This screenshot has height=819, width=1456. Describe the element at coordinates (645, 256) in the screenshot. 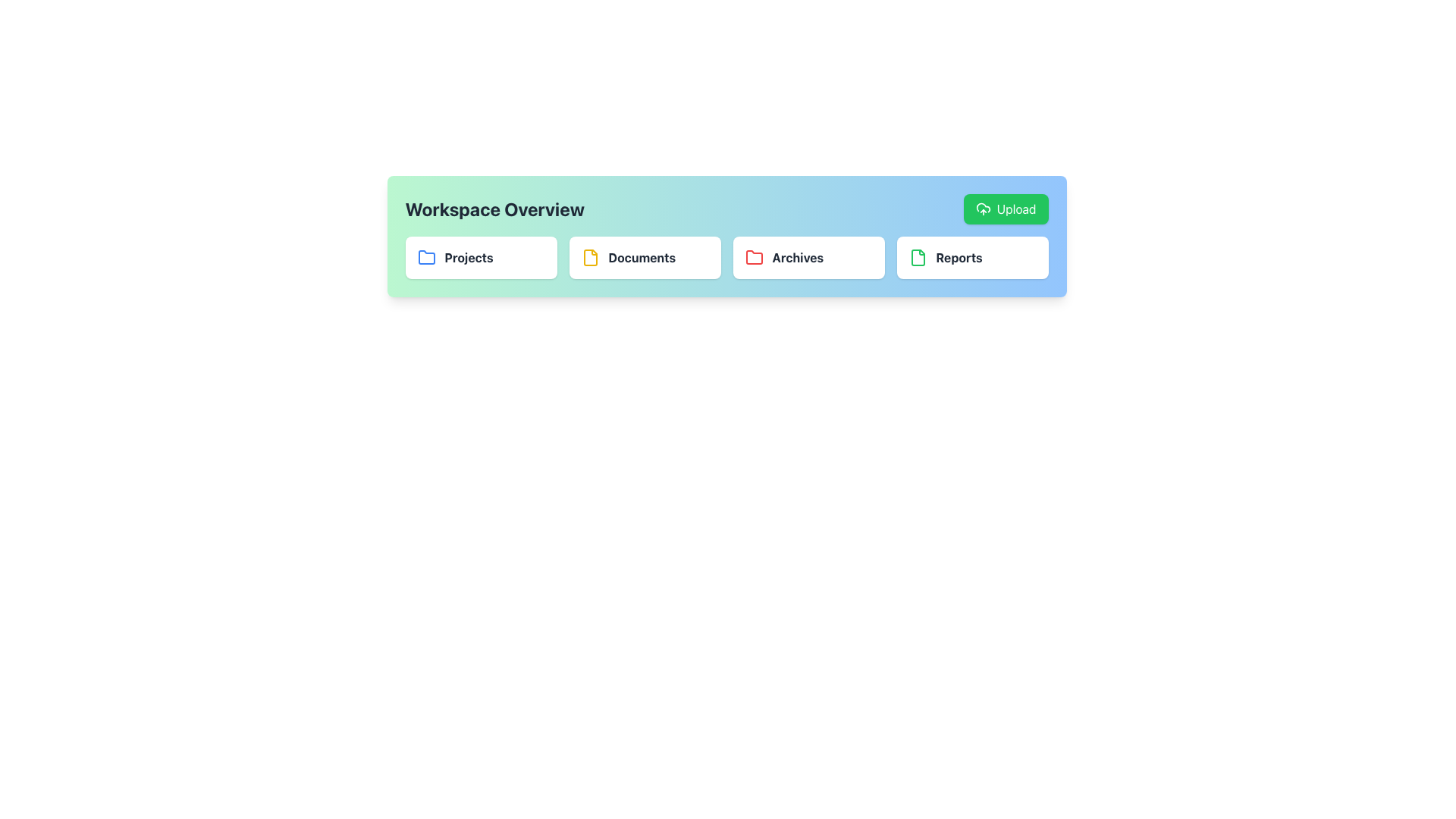

I see `the 'Documents' button` at that location.